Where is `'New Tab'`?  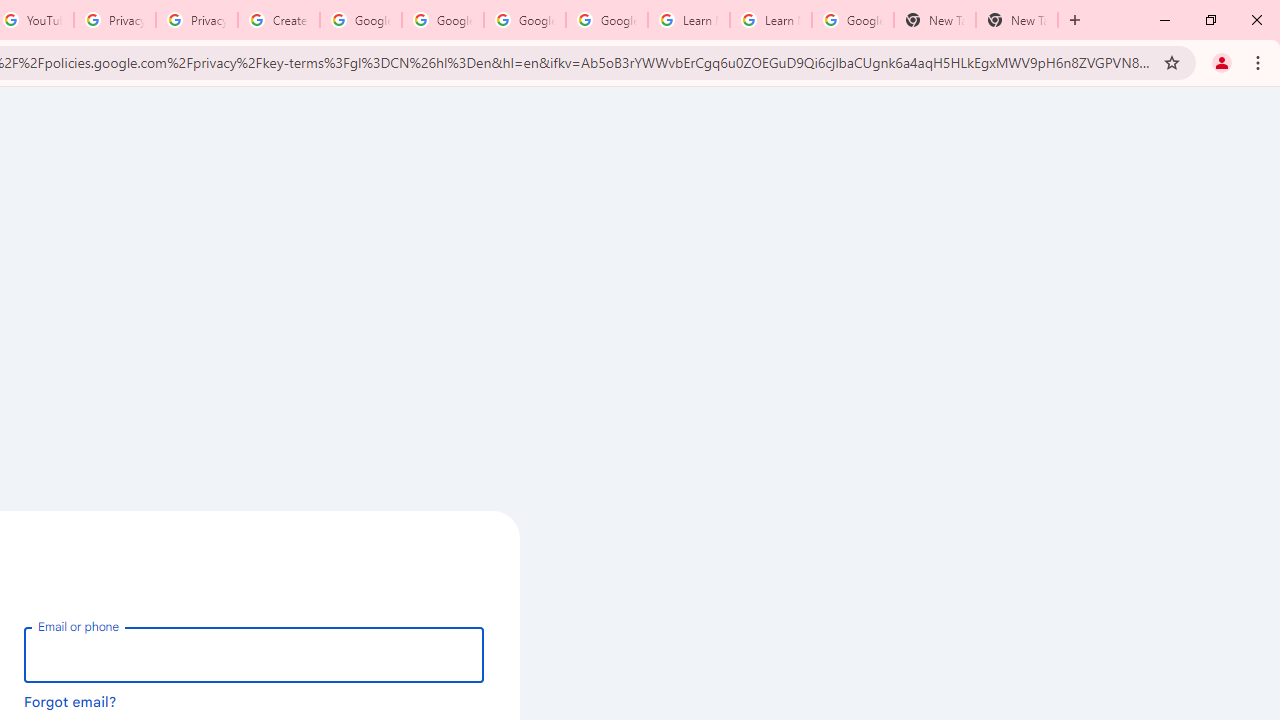 'New Tab' is located at coordinates (1016, 20).